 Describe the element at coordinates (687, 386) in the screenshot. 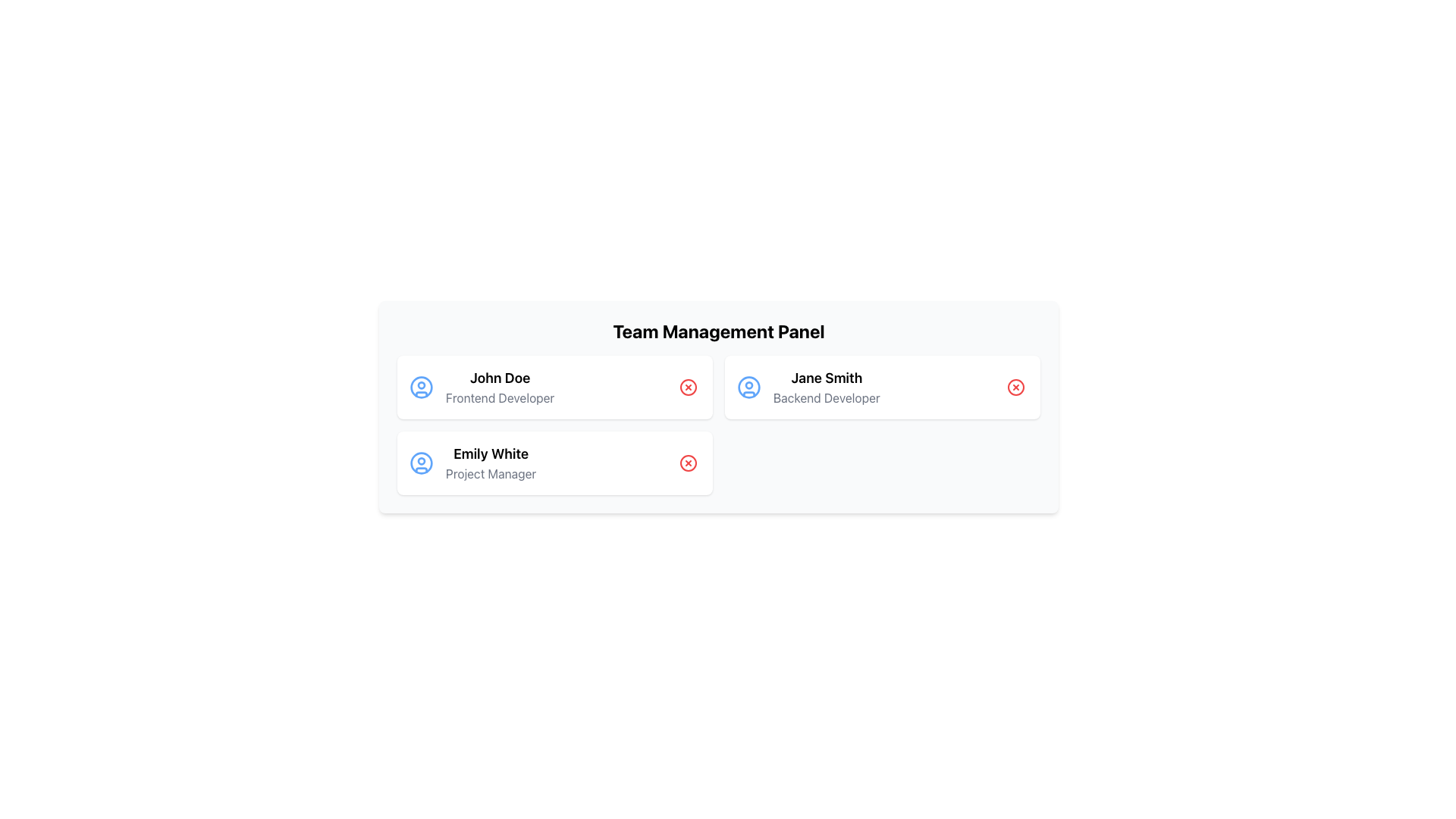

I see `the delete or close button located at the top-right corner of the 'John Doe' card within the 'Team Management Panel' layout` at that location.